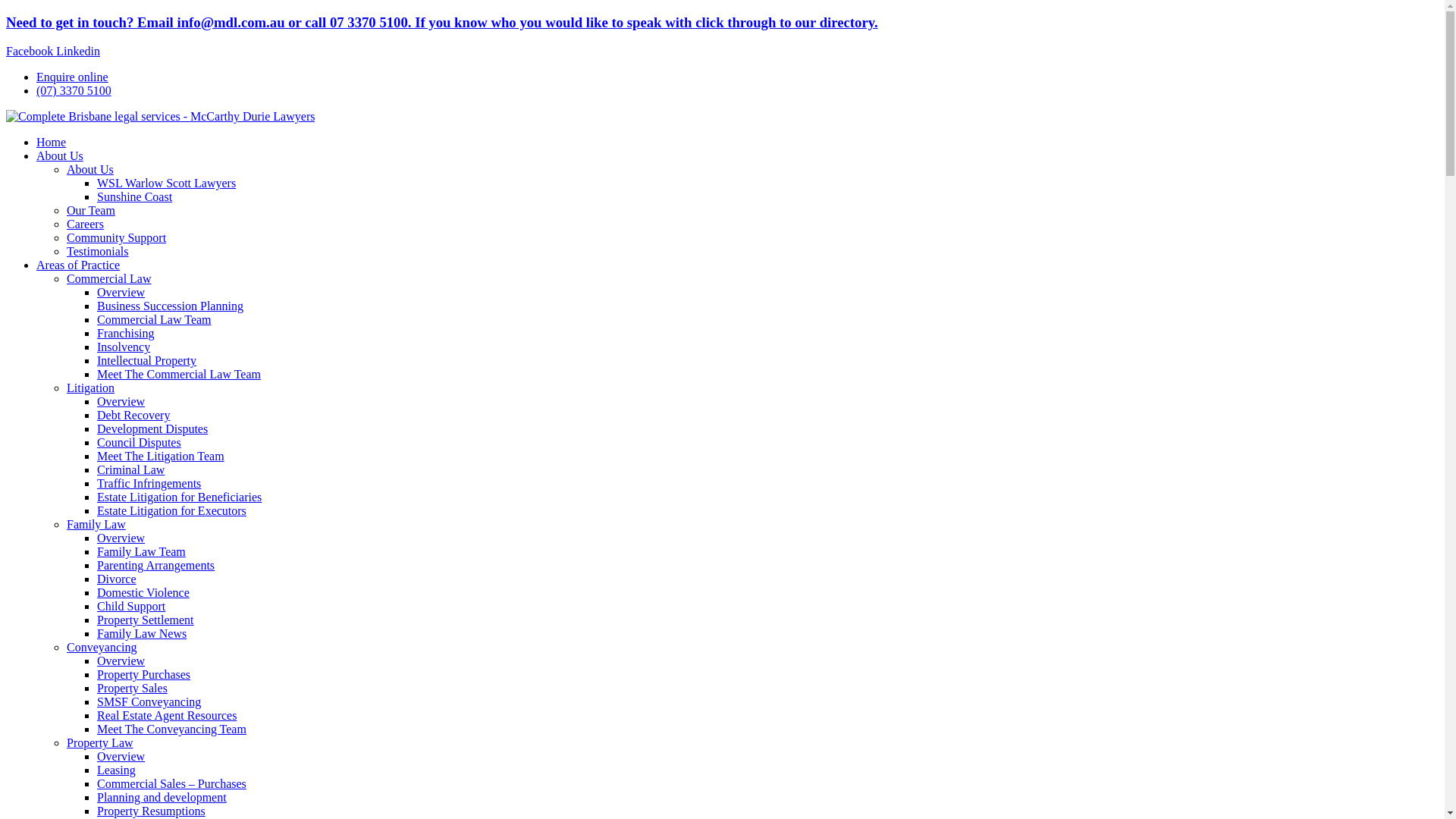  Describe the element at coordinates (31, 50) in the screenshot. I see `'Facebook'` at that location.